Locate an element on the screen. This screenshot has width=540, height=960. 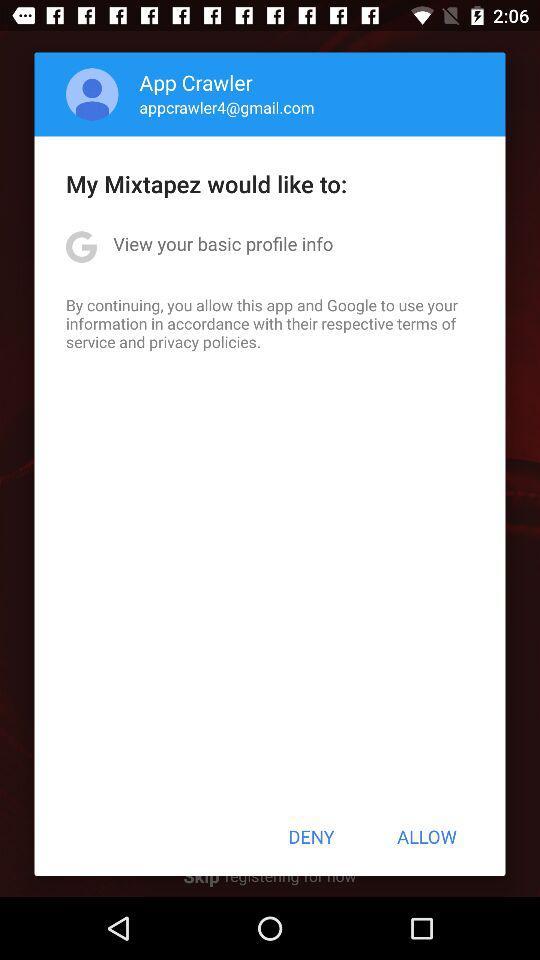
appcrawler4@gmail.com app is located at coordinates (226, 107).